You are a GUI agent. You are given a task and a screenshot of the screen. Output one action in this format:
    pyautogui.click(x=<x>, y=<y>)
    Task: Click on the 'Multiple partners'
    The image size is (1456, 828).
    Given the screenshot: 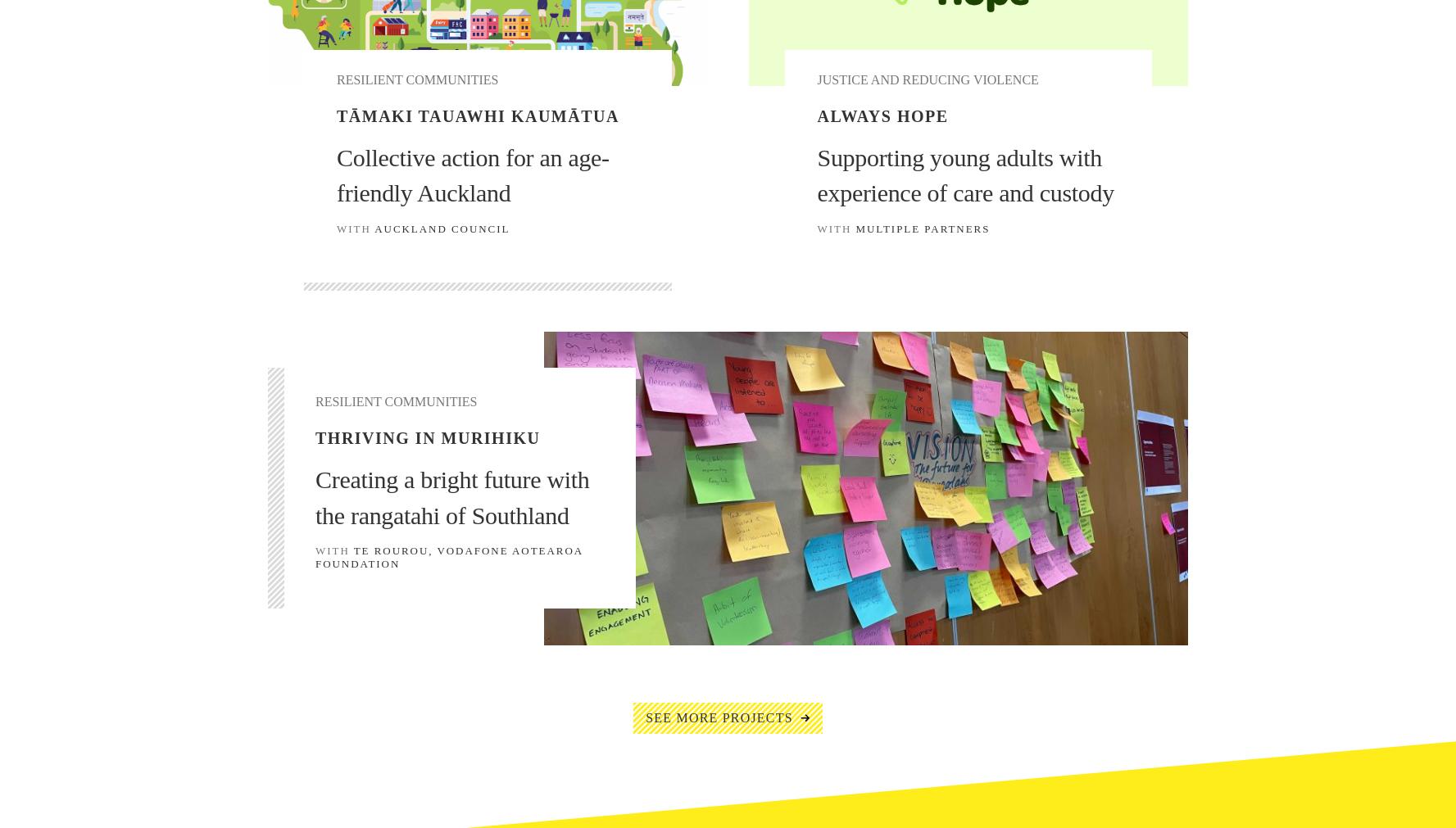 What is the action you would take?
    pyautogui.click(x=922, y=228)
    